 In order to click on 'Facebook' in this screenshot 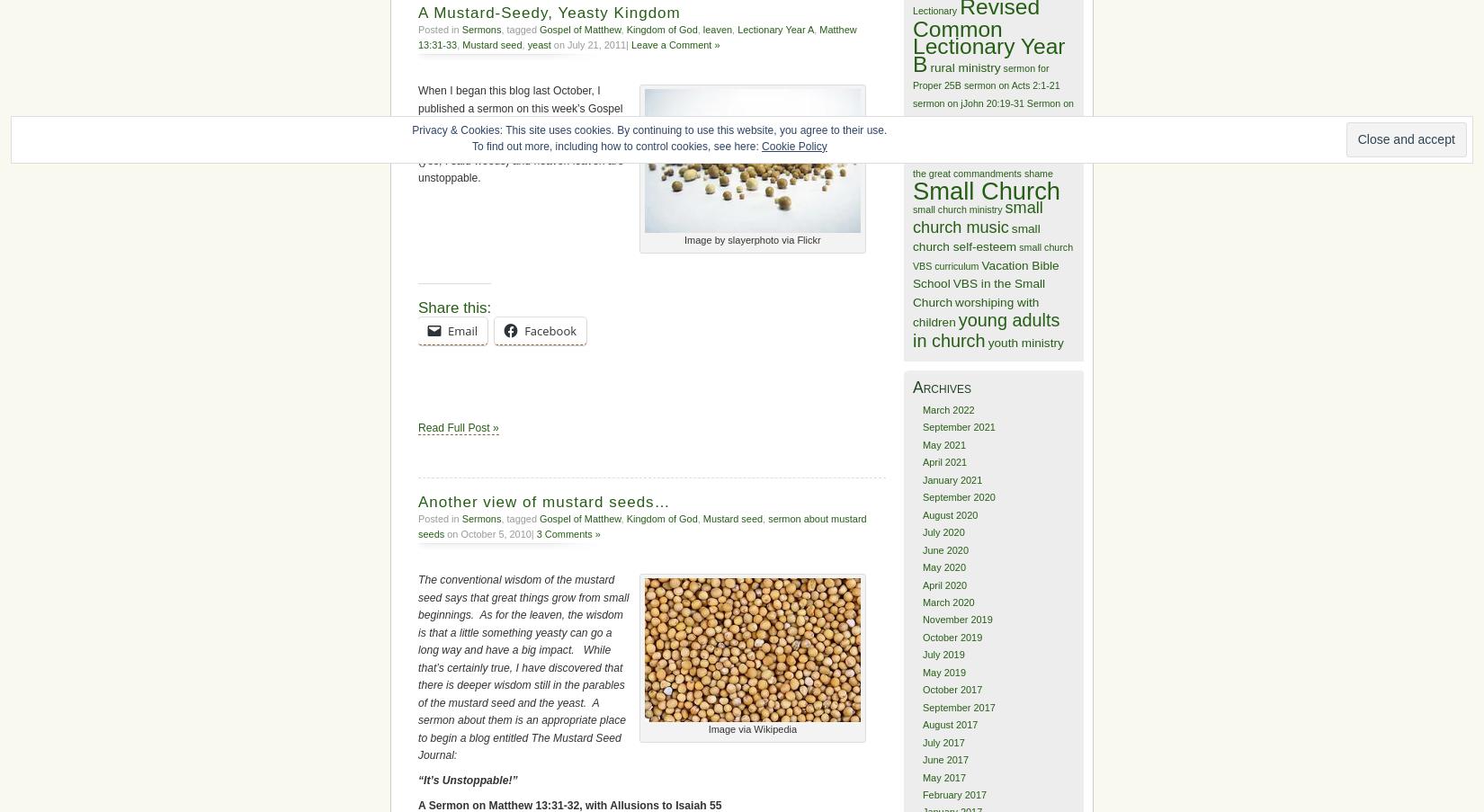, I will do `click(523, 330)`.